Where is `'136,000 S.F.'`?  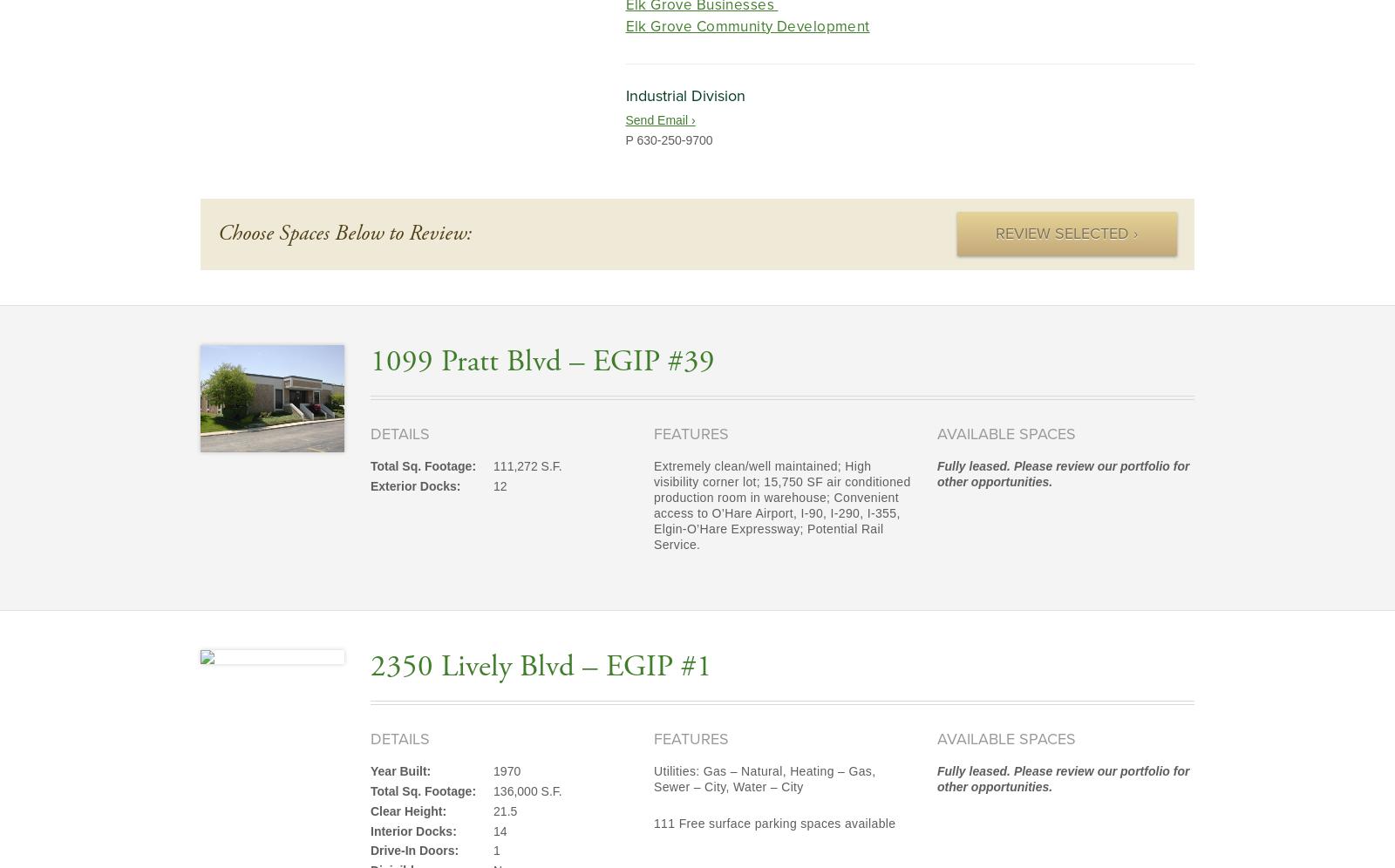
'136,000 S.F.' is located at coordinates (493, 789).